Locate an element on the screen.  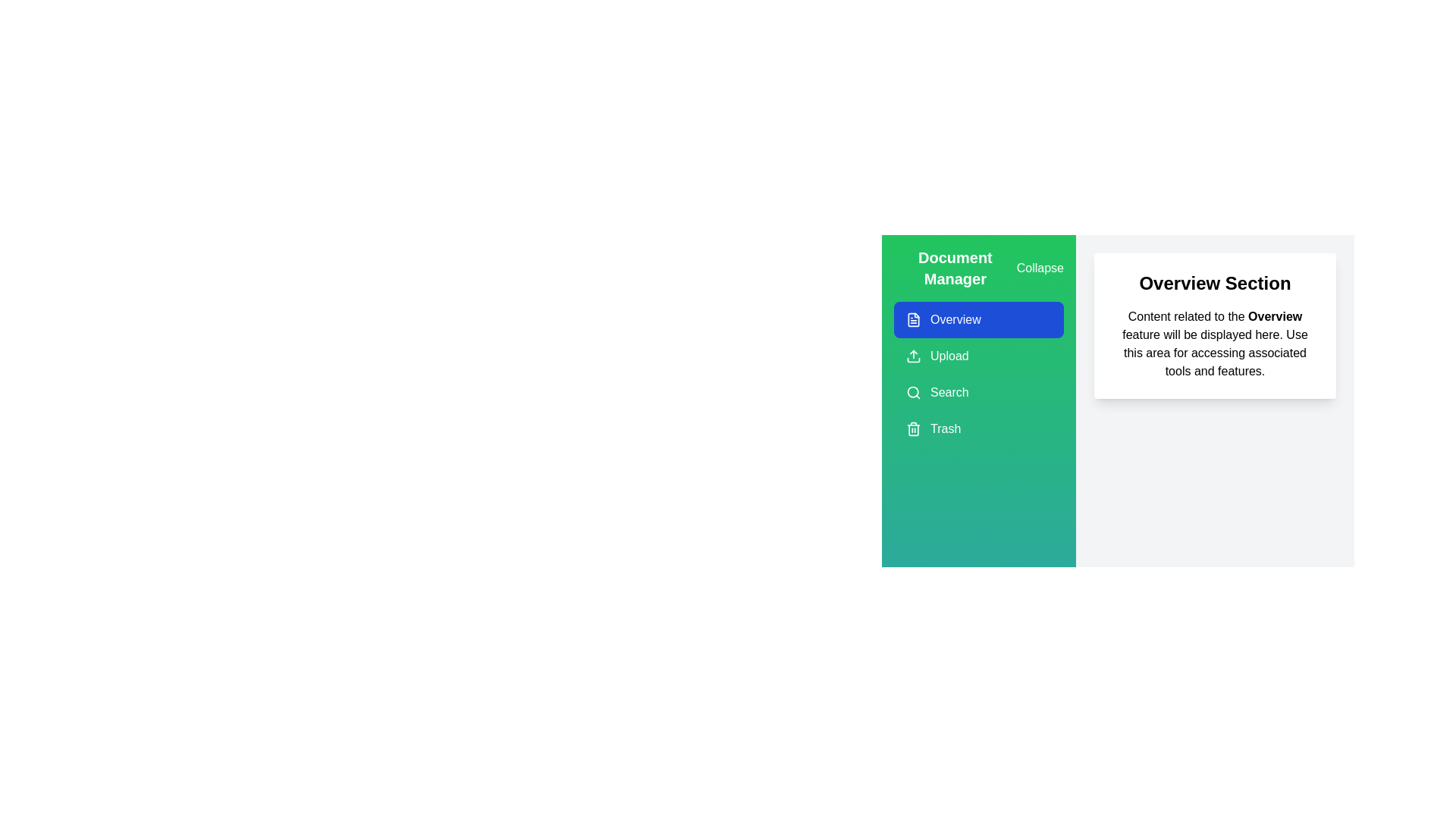
the menu option Trash in the Document Management Drawer is located at coordinates (979, 429).